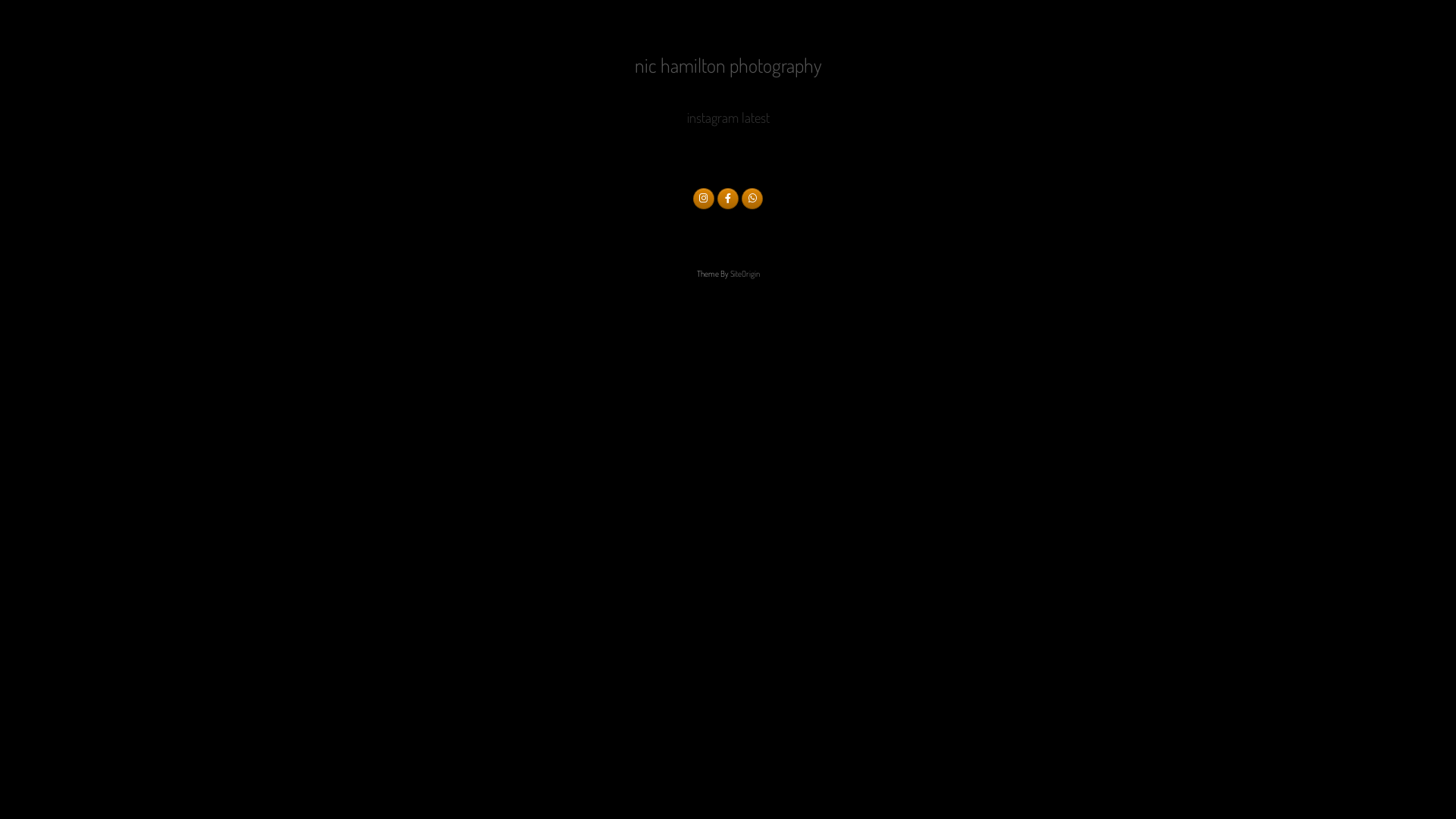  Describe the element at coordinates (752, 198) in the screenshot. I see `'nic hamilton photography on Whatsapp'` at that location.